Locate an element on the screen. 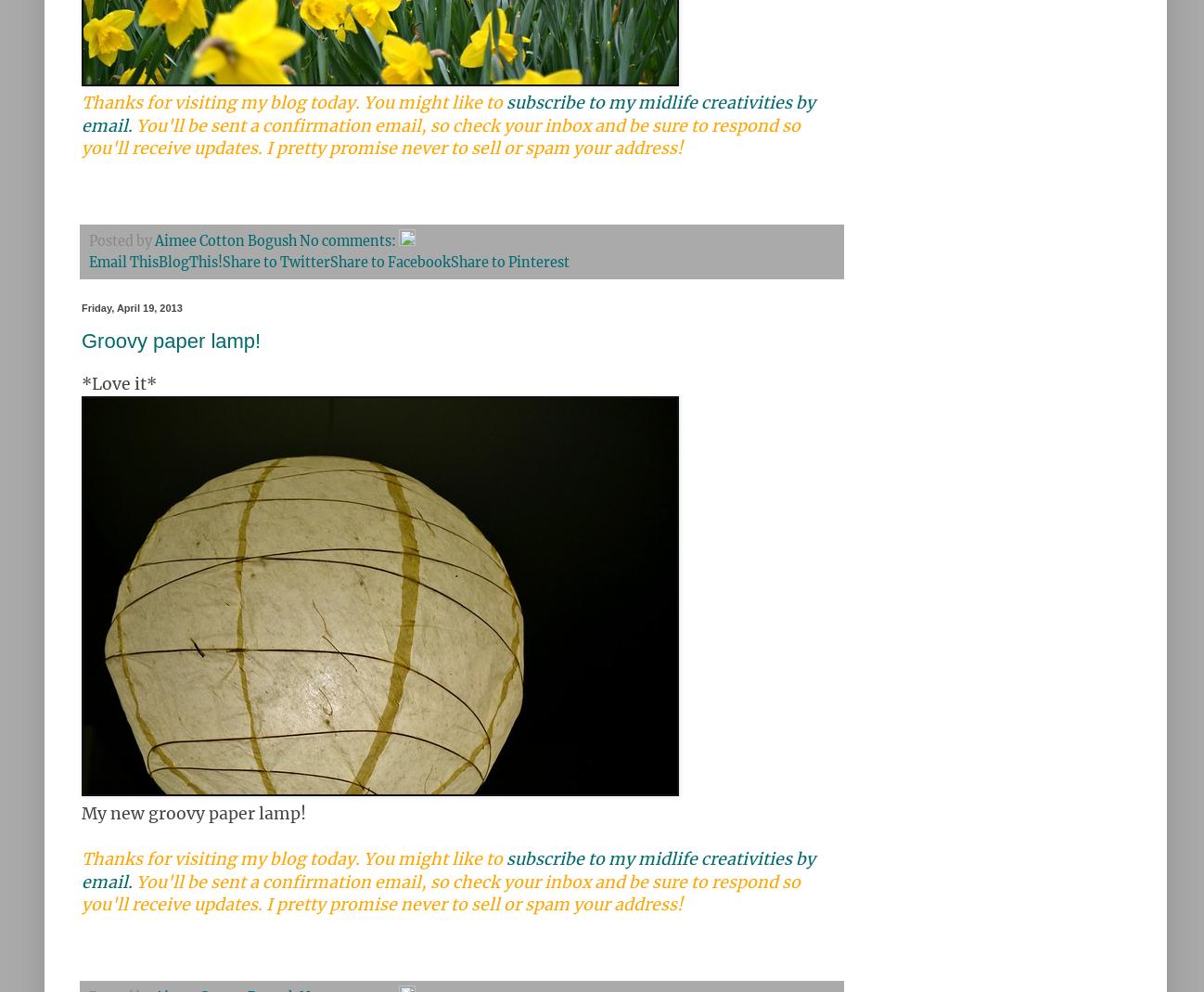 Image resolution: width=1204 pixels, height=992 pixels. 'Aimee Cotton Bogush' is located at coordinates (225, 239).